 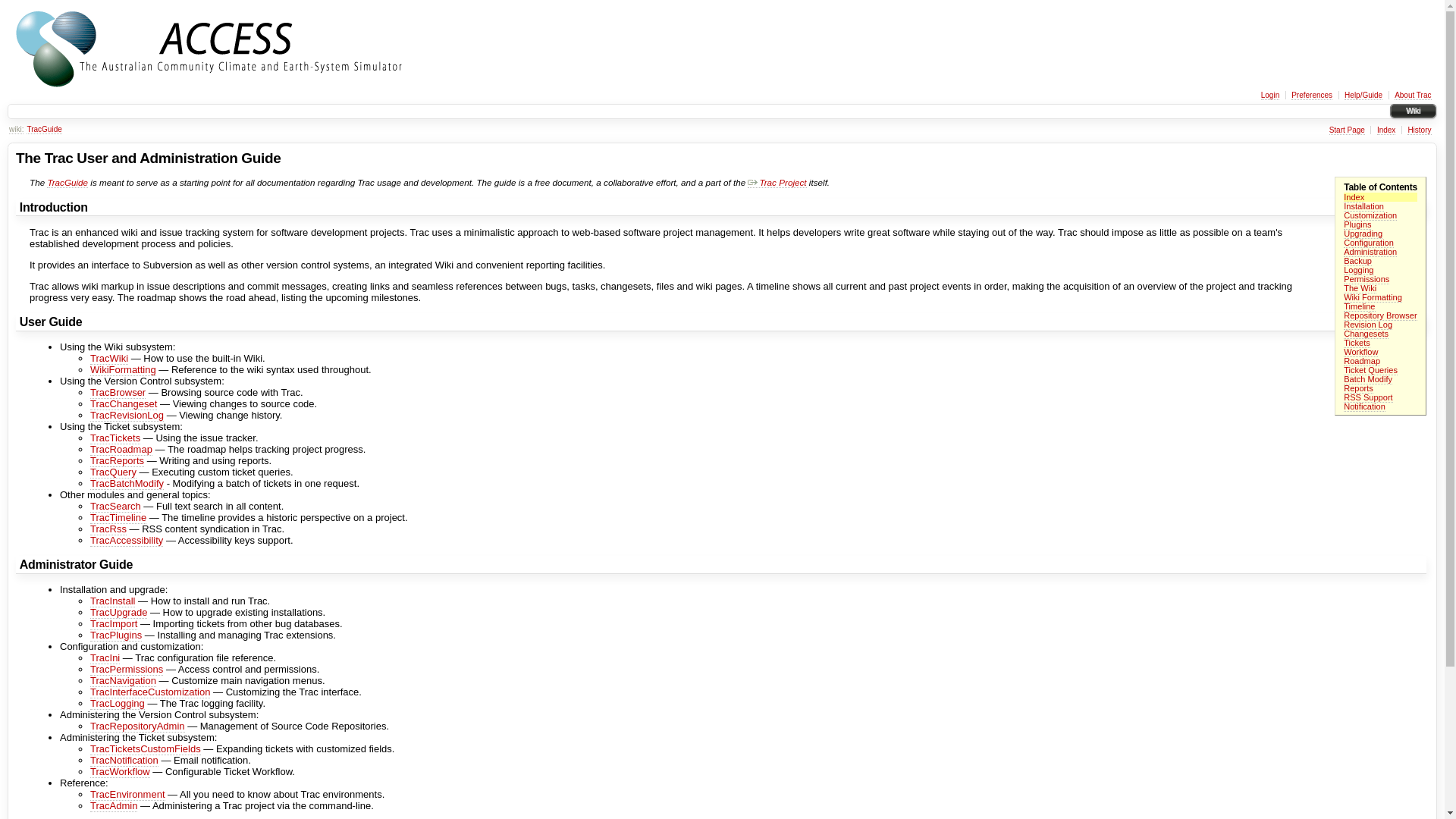 I want to click on 'Customization', so click(x=1370, y=215).